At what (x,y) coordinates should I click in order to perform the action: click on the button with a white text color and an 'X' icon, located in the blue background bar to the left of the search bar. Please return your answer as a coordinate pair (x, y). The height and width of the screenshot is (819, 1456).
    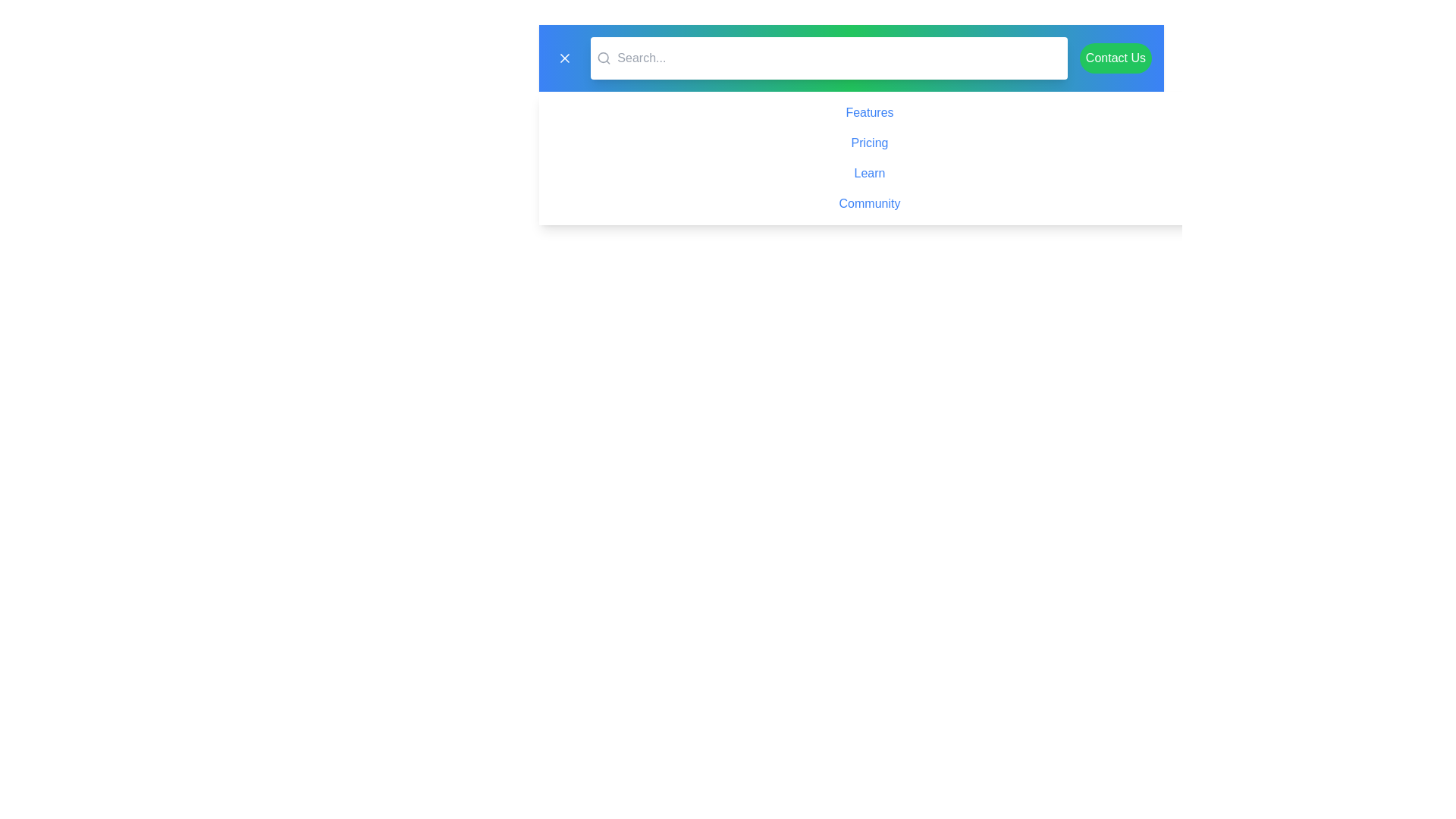
    Looking at the image, I should click on (563, 58).